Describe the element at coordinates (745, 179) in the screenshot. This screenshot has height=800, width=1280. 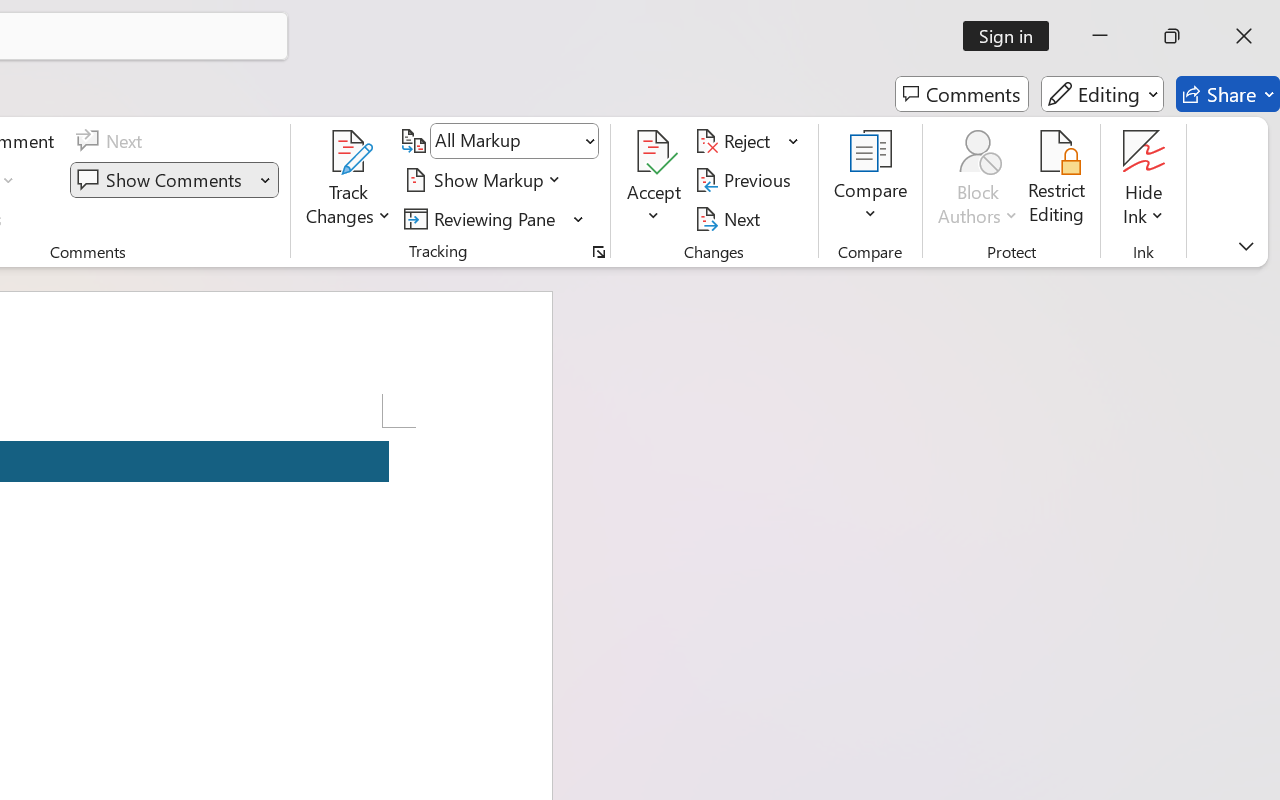
I see `'Previous'` at that location.